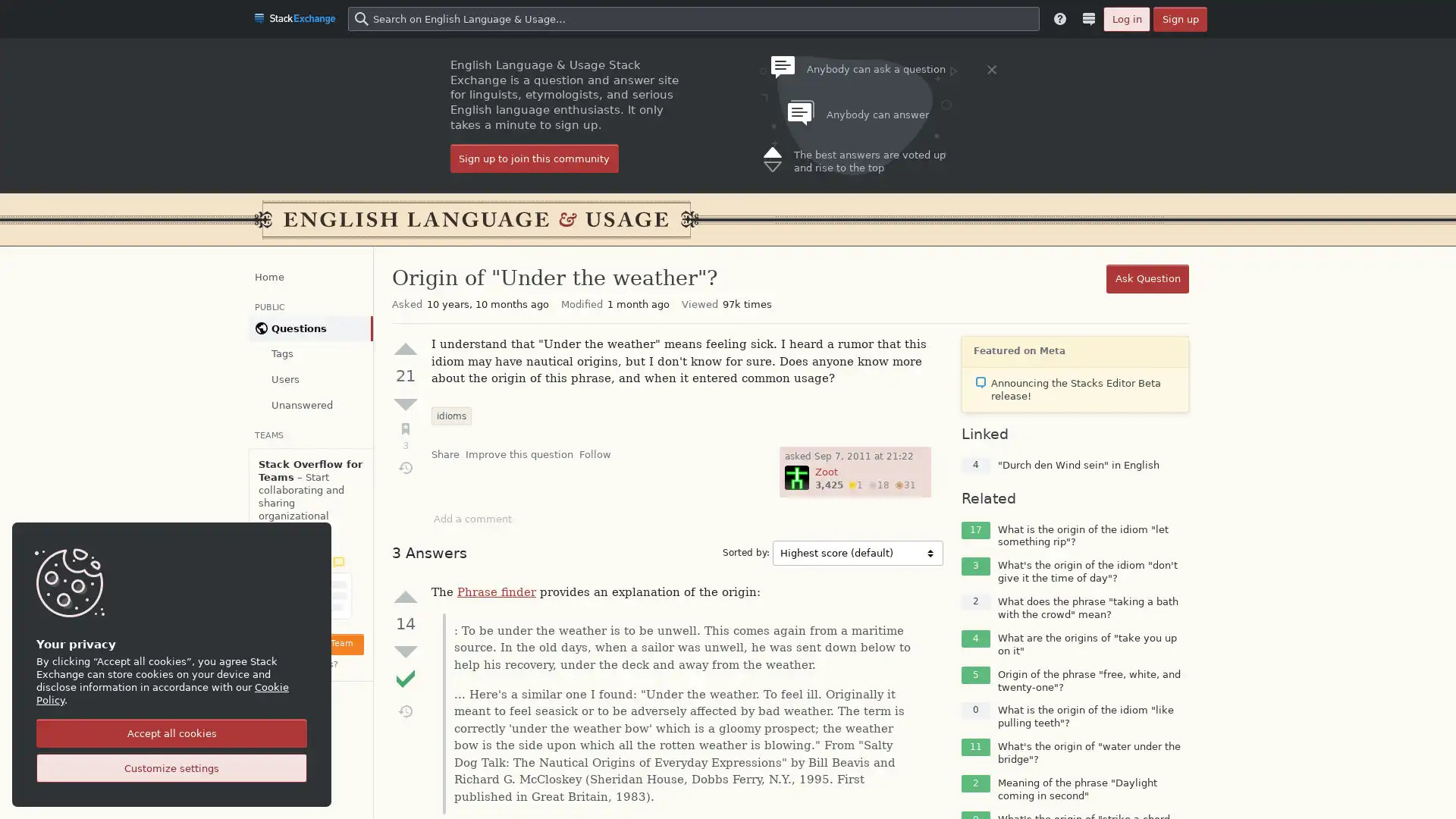  I want to click on Up vote, so click(405, 350).